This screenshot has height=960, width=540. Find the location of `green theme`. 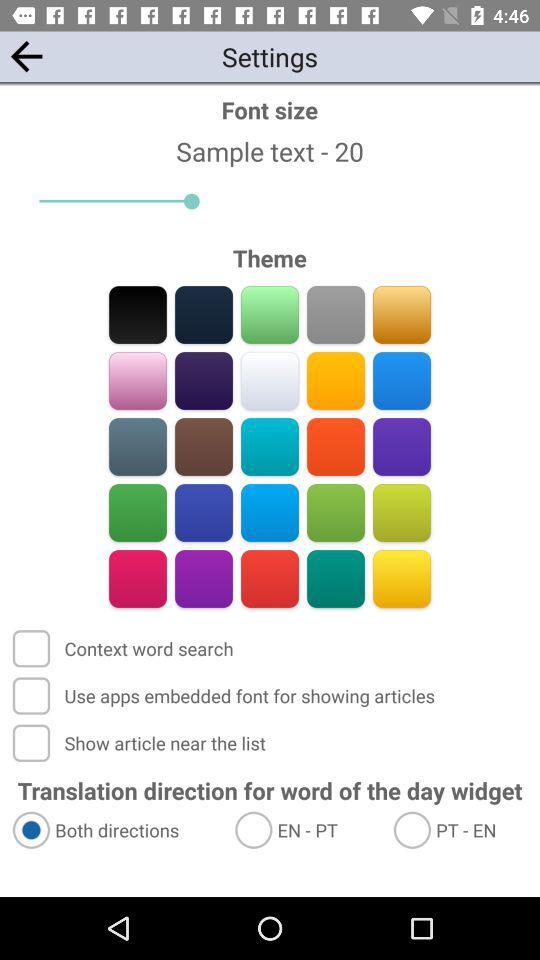

green theme is located at coordinates (335, 512).